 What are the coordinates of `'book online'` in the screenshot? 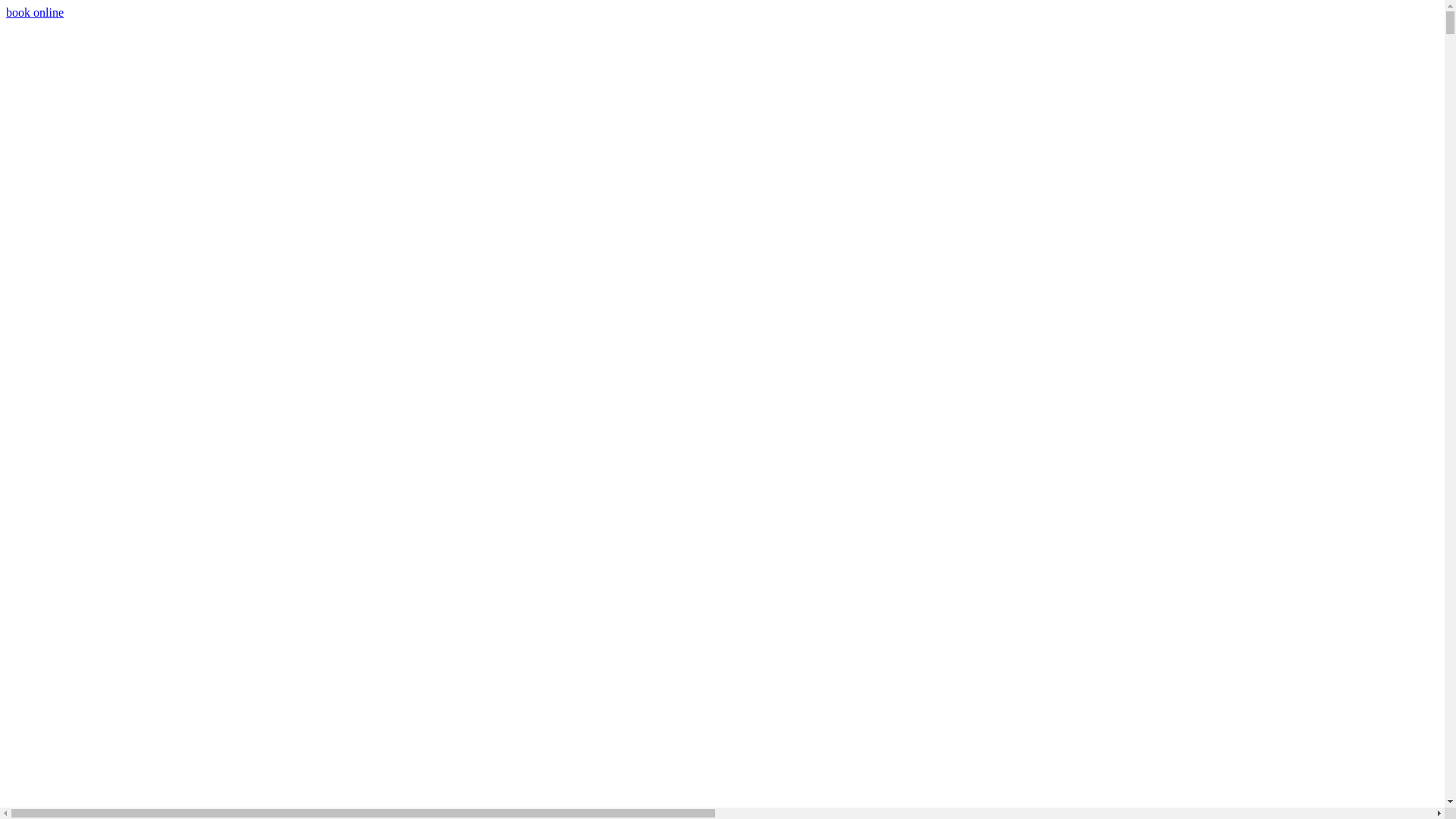 It's located at (35, 12).